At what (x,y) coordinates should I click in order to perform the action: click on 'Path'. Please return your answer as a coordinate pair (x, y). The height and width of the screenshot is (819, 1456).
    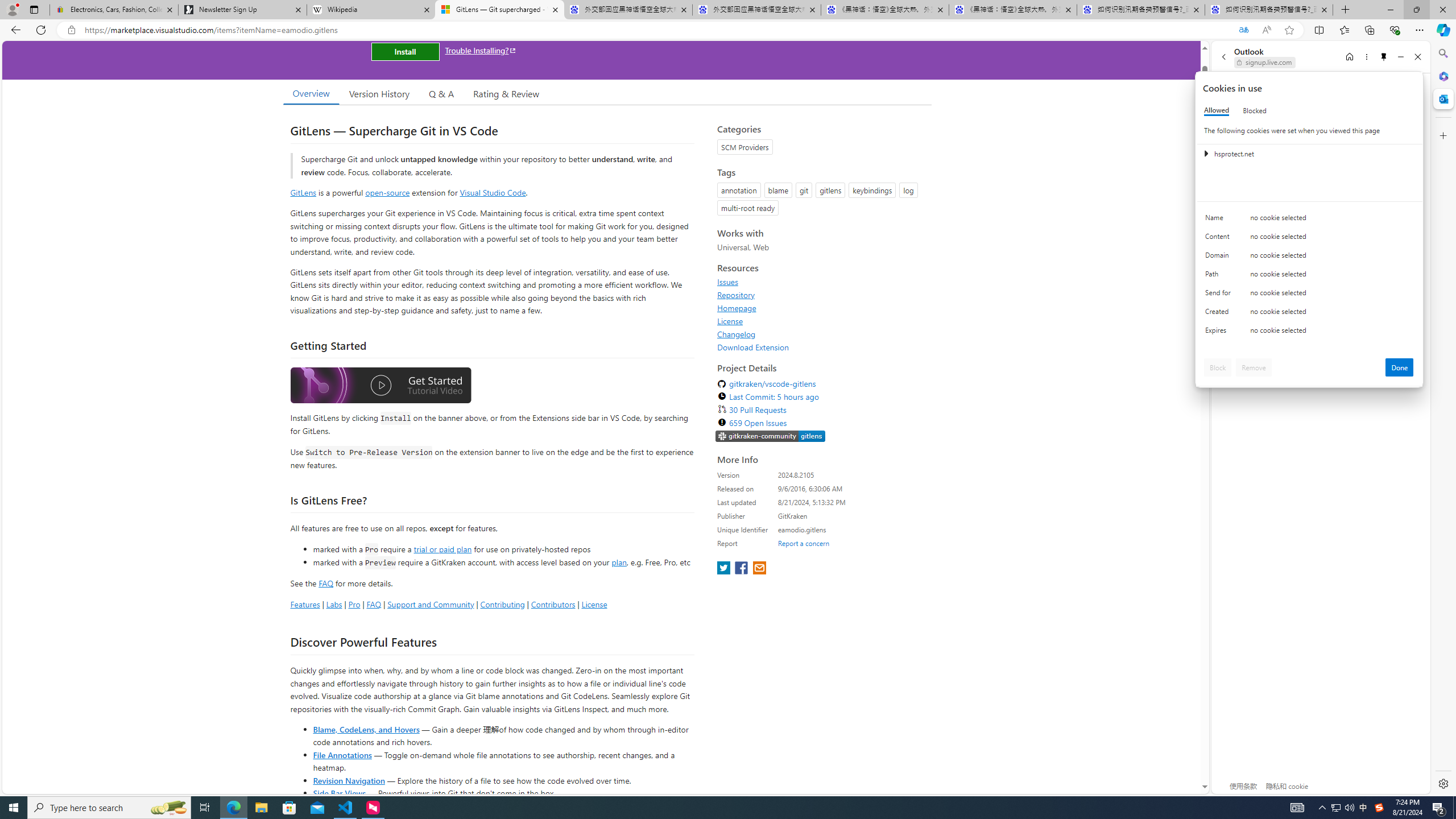
    Looking at the image, I should click on (1219, 276).